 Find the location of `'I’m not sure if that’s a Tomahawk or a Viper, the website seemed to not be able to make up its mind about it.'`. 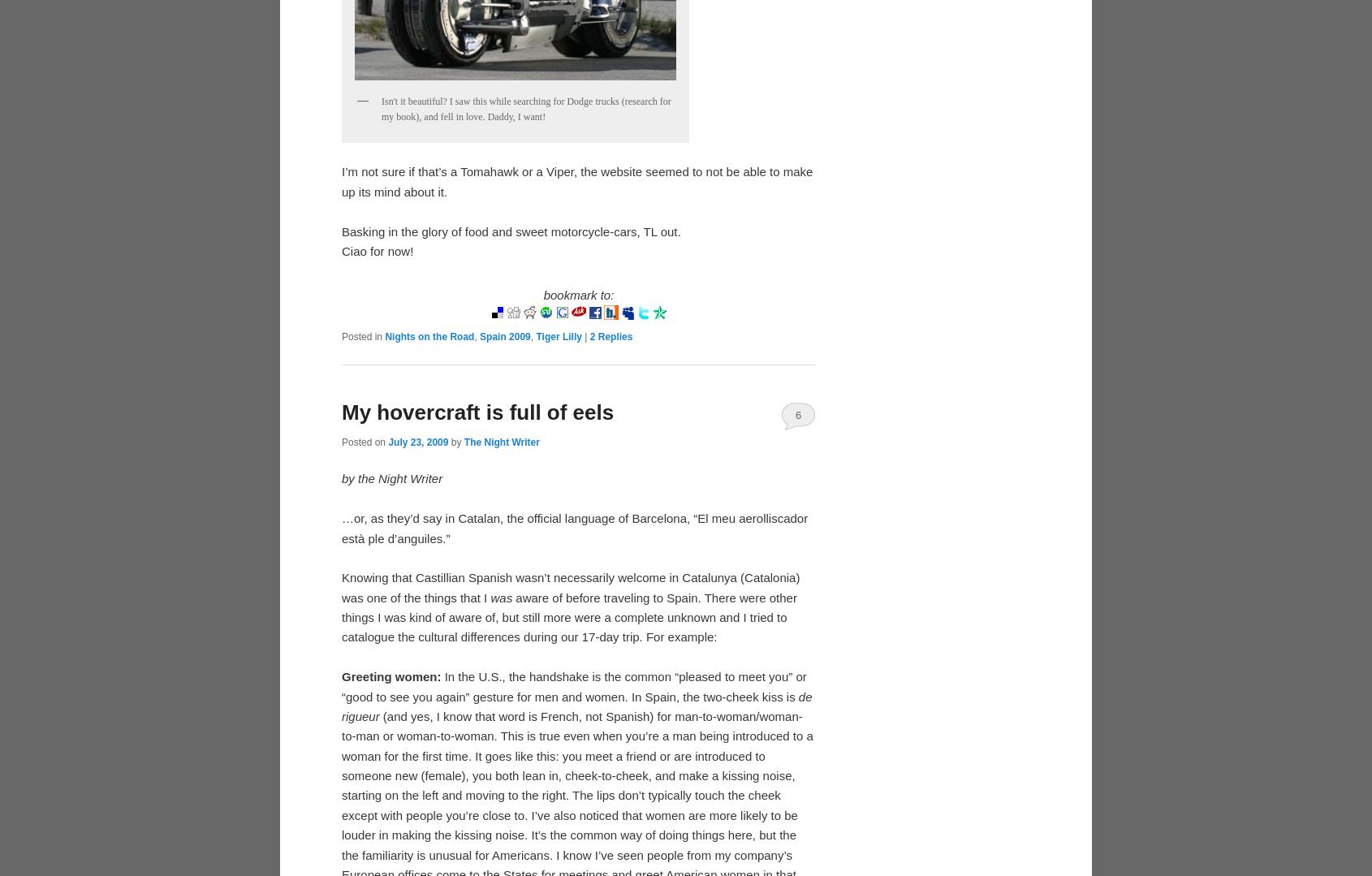

'I’m not sure if that’s a Tomahawk or a Viper, the website seemed to not be able to make up its mind about it.' is located at coordinates (576, 180).